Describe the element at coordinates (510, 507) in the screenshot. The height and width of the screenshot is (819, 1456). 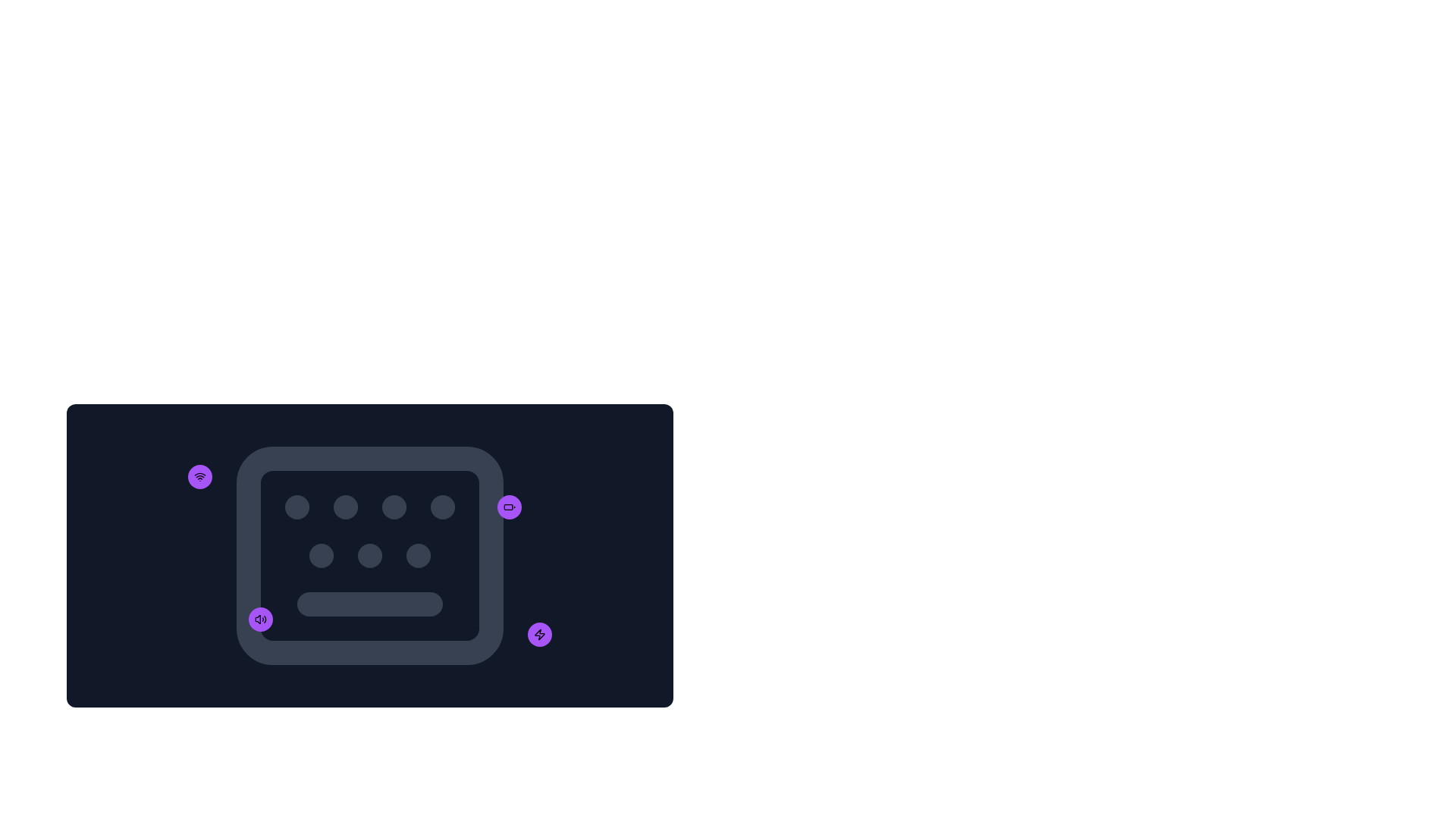
I see `the circular button containing the battery icon, which has a purple background` at that location.